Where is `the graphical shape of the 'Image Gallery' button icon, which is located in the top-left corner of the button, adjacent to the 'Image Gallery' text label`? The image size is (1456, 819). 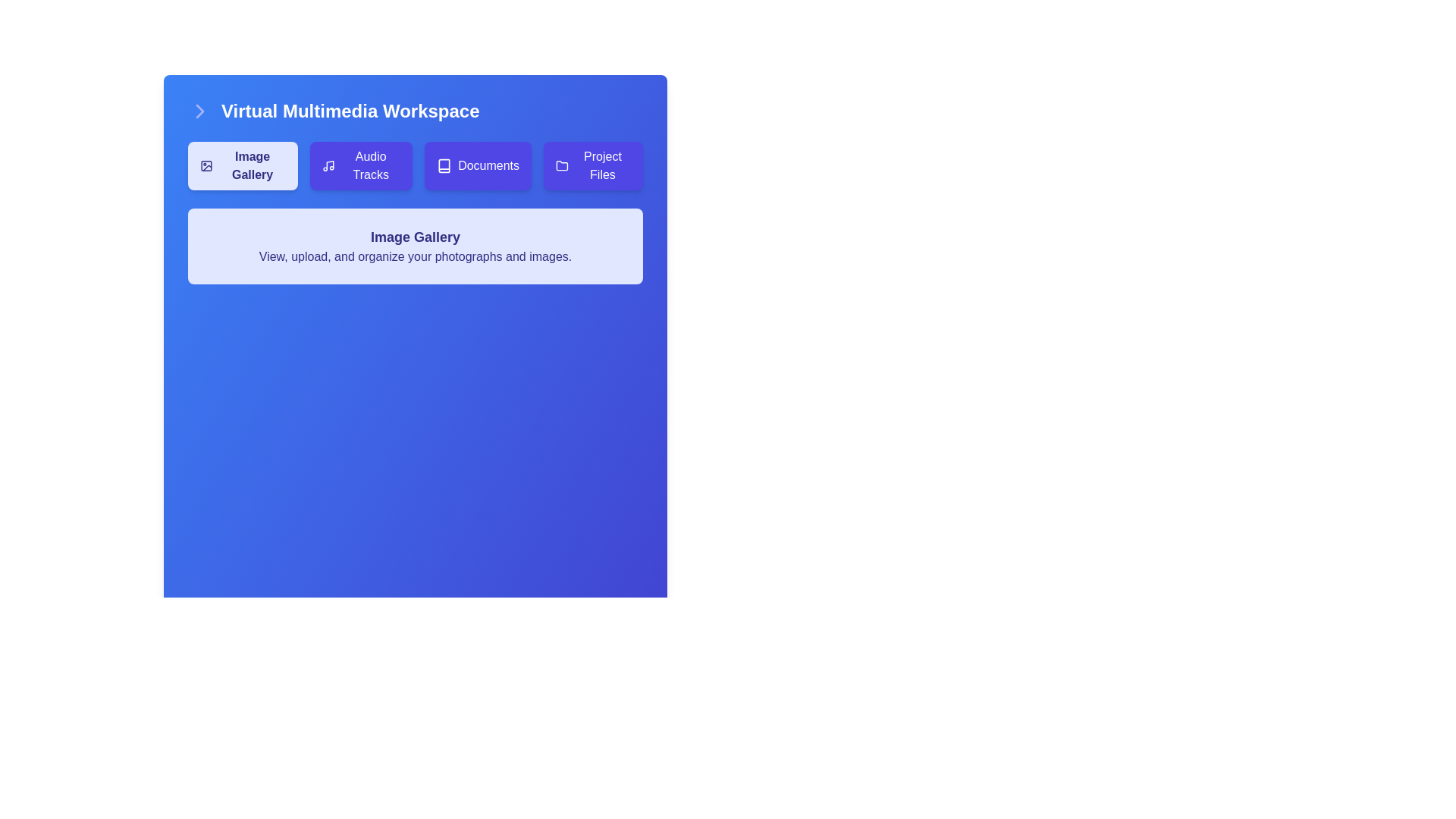 the graphical shape of the 'Image Gallery' button icon, which is located in the top-left corner of the button, adjacent to the 'Image Gallery' text label is located at coordinates (206, 166).